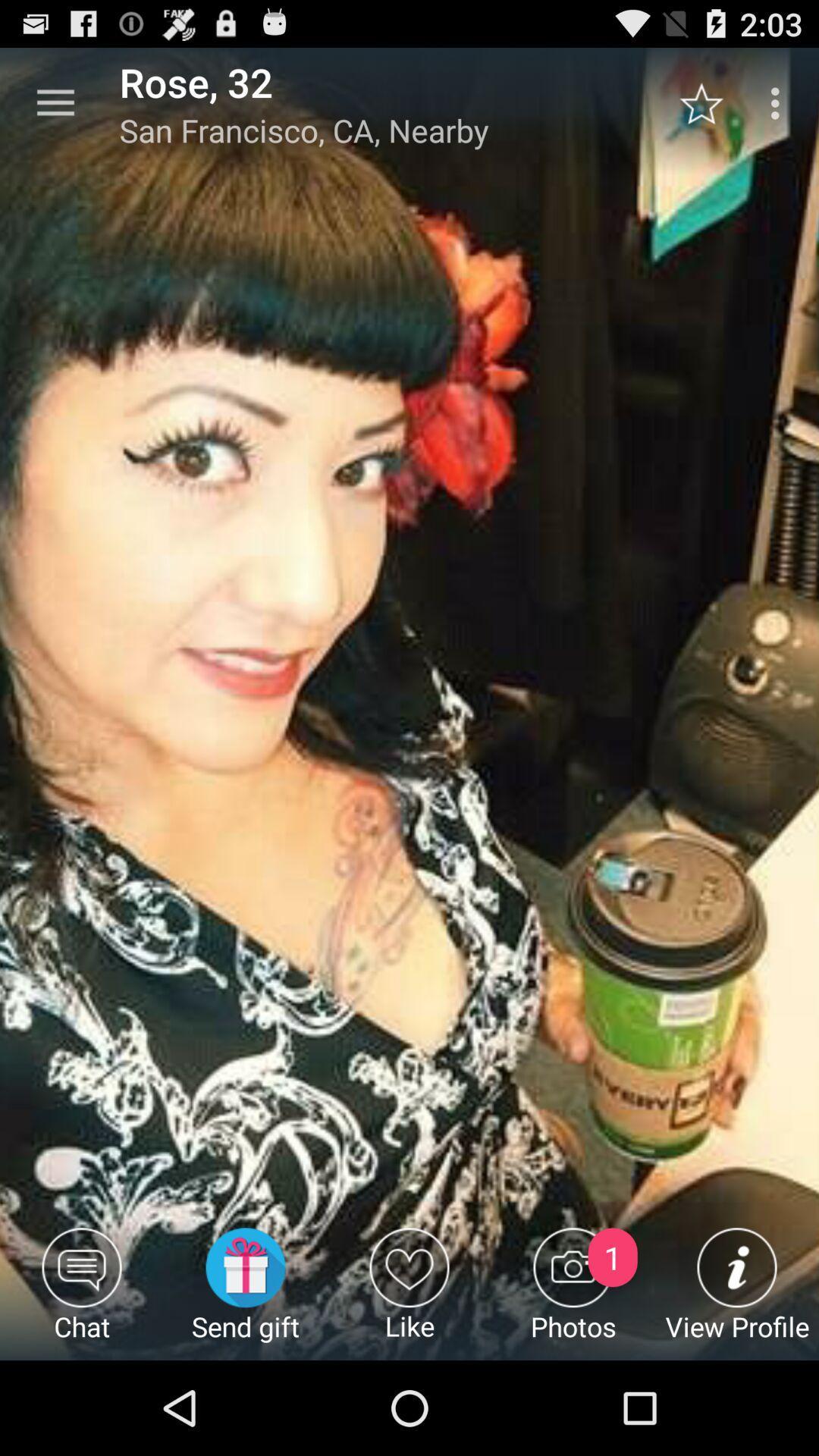  What do you see at coordinates (573, 1293) in the screenshot?
I see `item to the left of view profile icon` at bounding box center [573, 1293].